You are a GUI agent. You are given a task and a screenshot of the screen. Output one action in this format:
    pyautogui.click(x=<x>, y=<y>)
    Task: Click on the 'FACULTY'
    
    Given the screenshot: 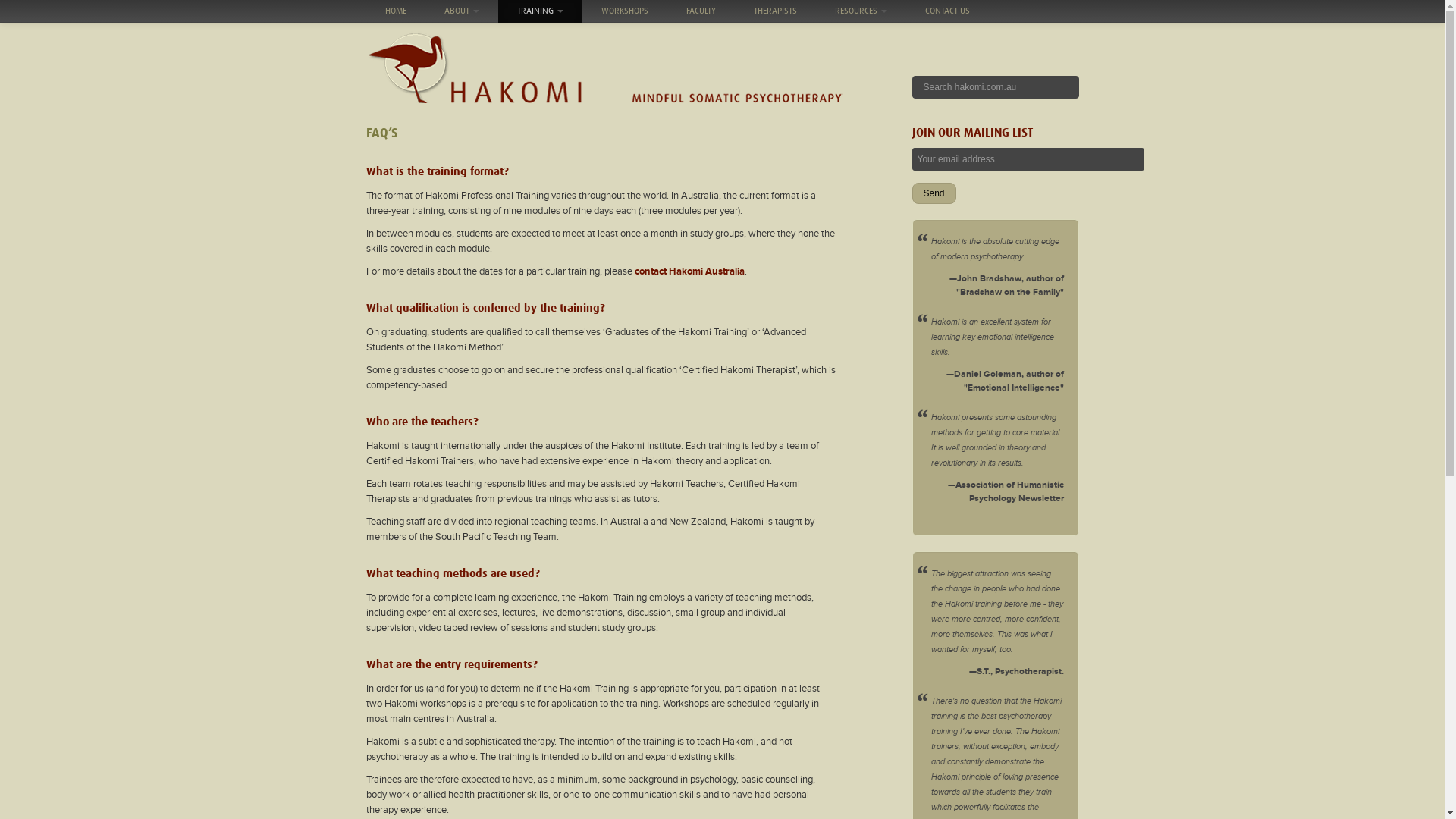 What is the action you would take?
    pyautogui.click(x=700, y=11)
    